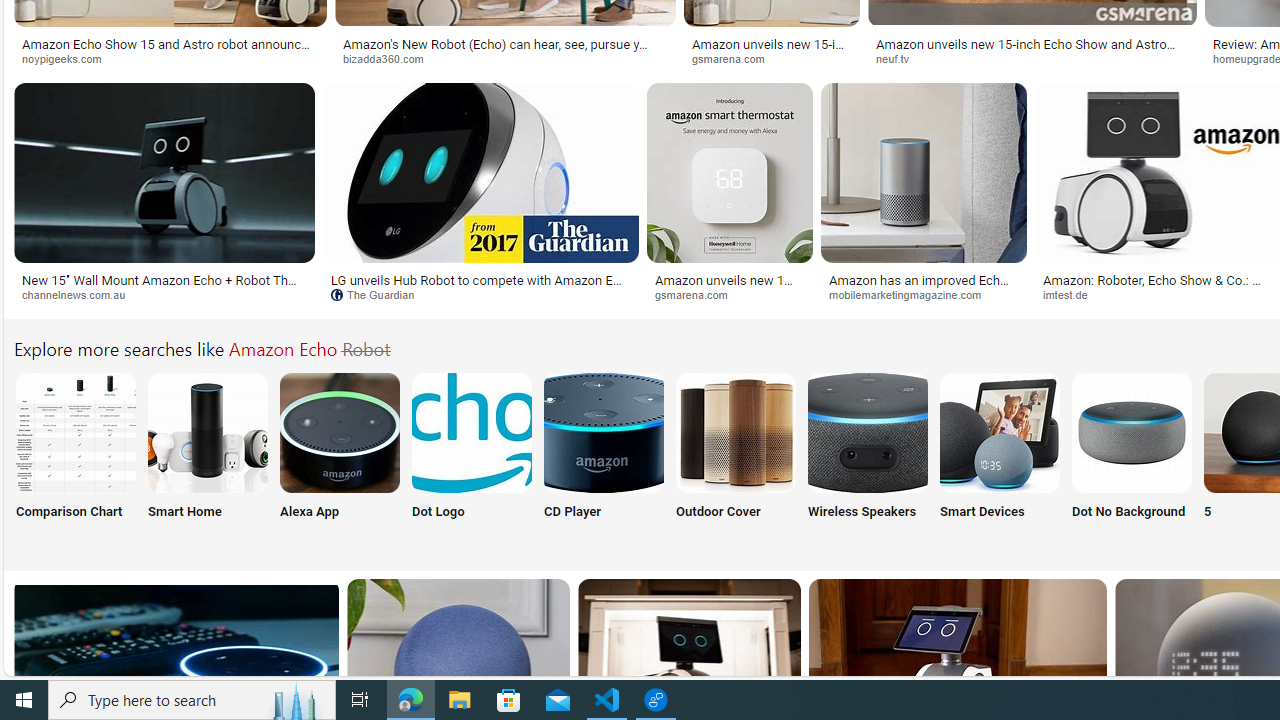  What do you see at coordinates (1132, 458) in the screenshot?
I see `'Amazon Echo Dot Photo No Background Dot No Background'` at bounding box center [1132, 458].